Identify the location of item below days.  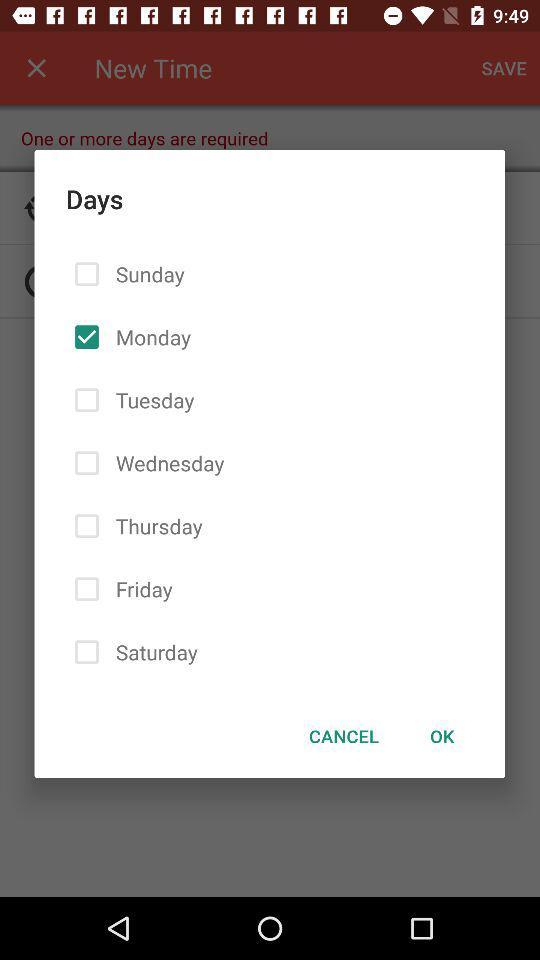
(442, 735).